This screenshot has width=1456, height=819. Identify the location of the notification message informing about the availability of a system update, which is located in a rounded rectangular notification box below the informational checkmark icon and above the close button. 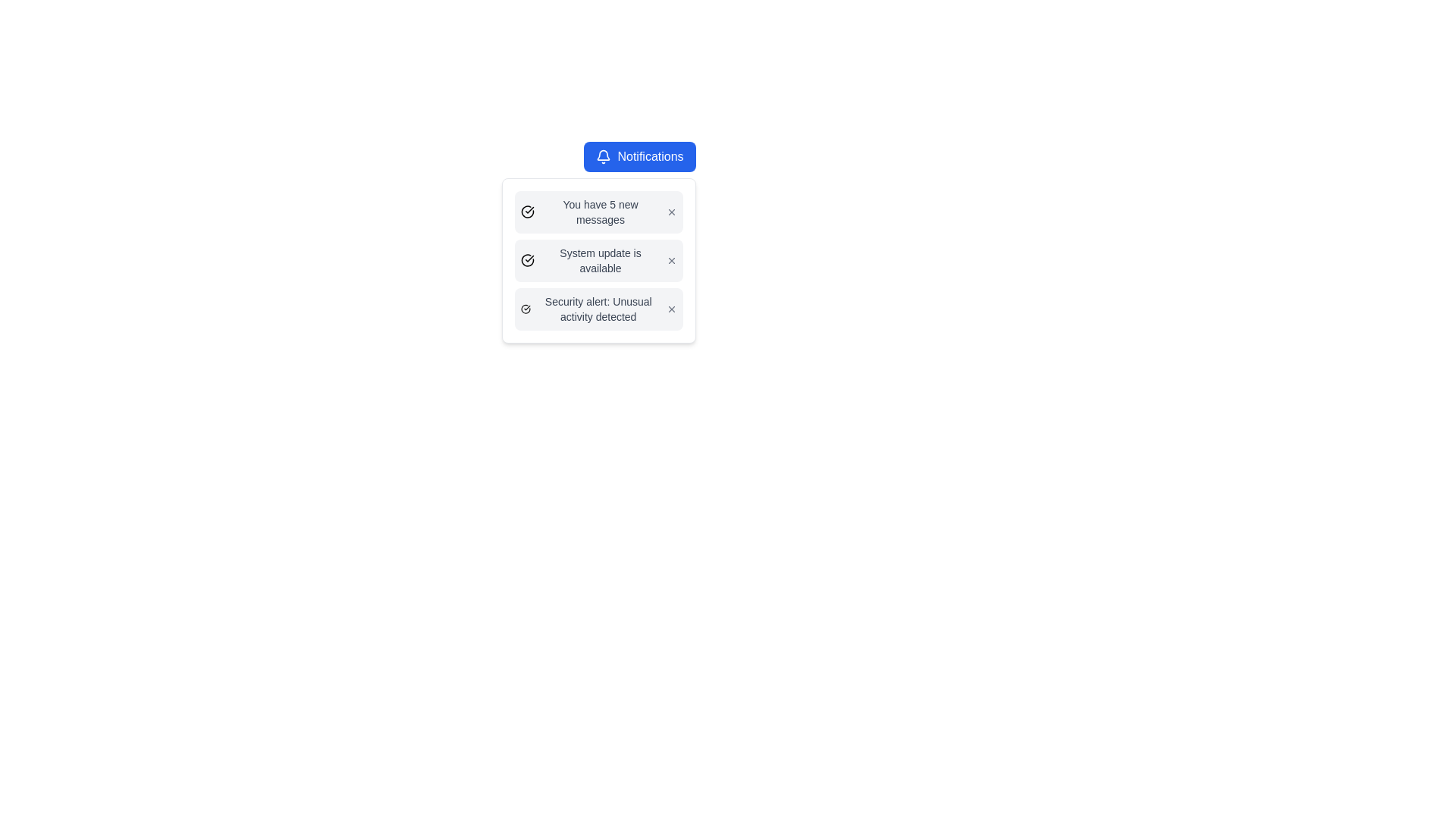
(600, 259).